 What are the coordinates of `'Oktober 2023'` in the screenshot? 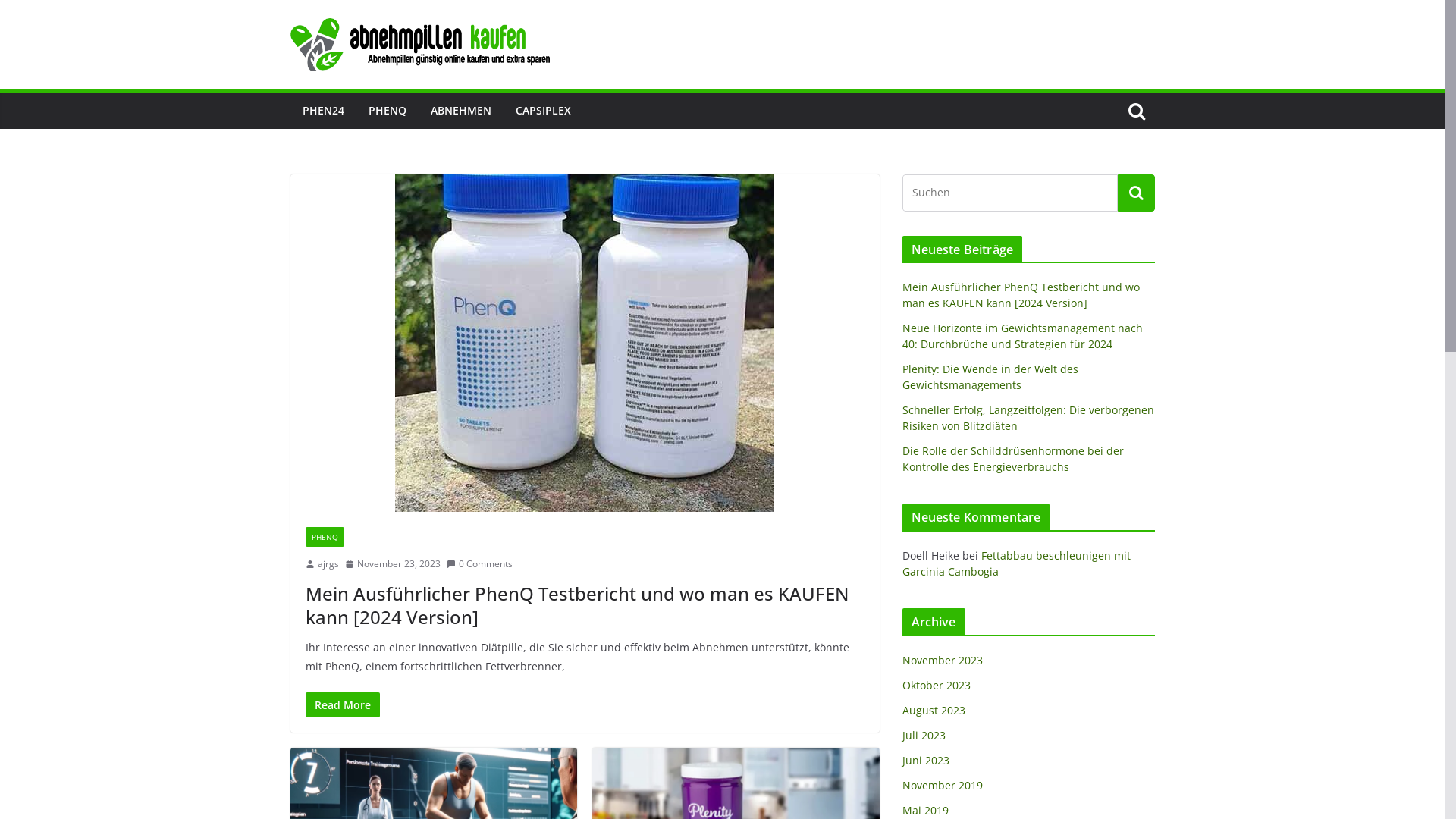 It's located at (902, 685).